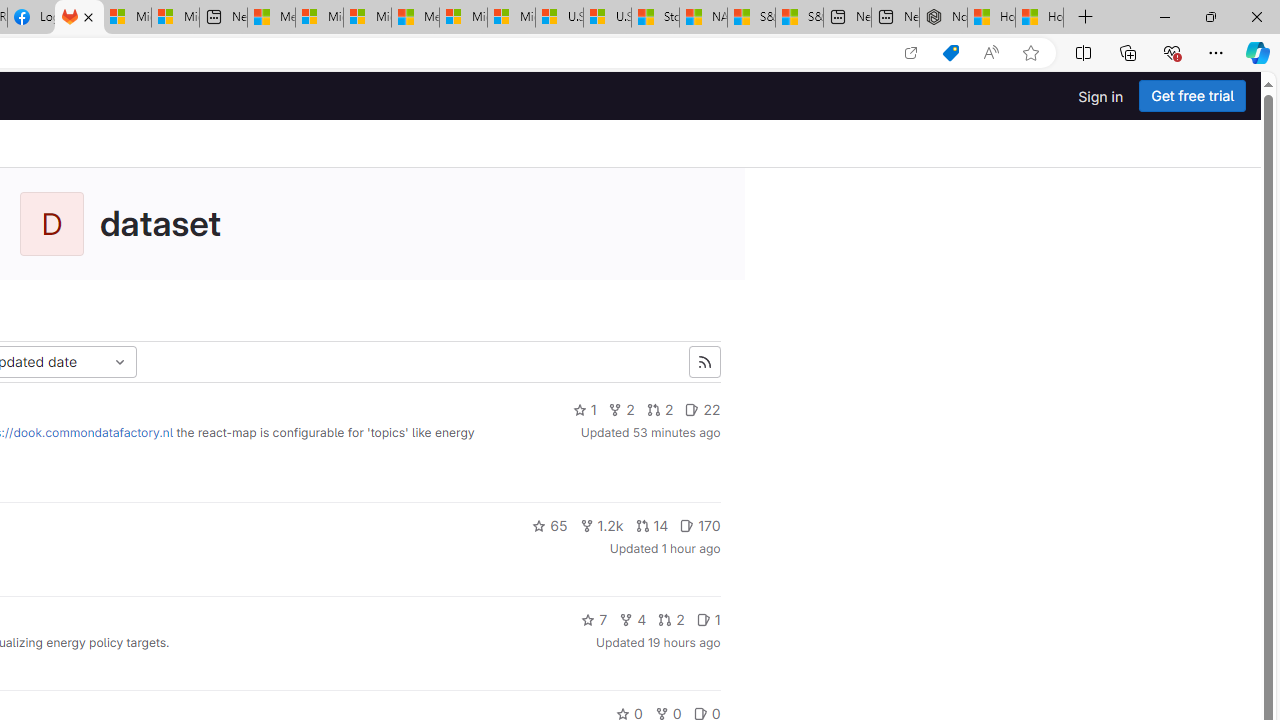  What do you see at coordinates (1209, 16) in the screenshot?
I see `'Restore'` at bounding box center [1209, 16].